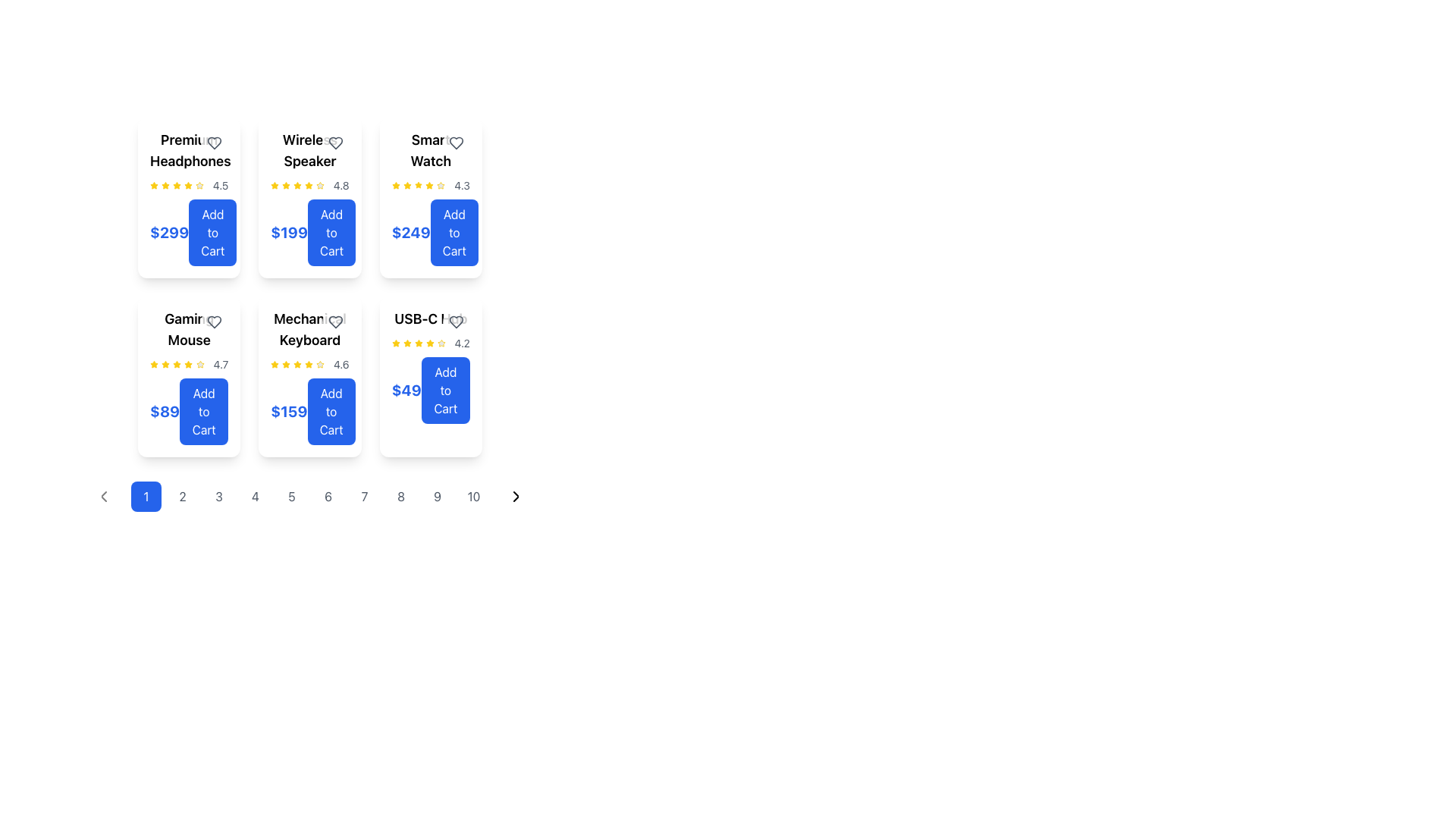  What do you see at coordinates (436, 497) in the screenshot?
I see `the ninth button in the sequence of ten buttons` at bounding box center [436, 497].